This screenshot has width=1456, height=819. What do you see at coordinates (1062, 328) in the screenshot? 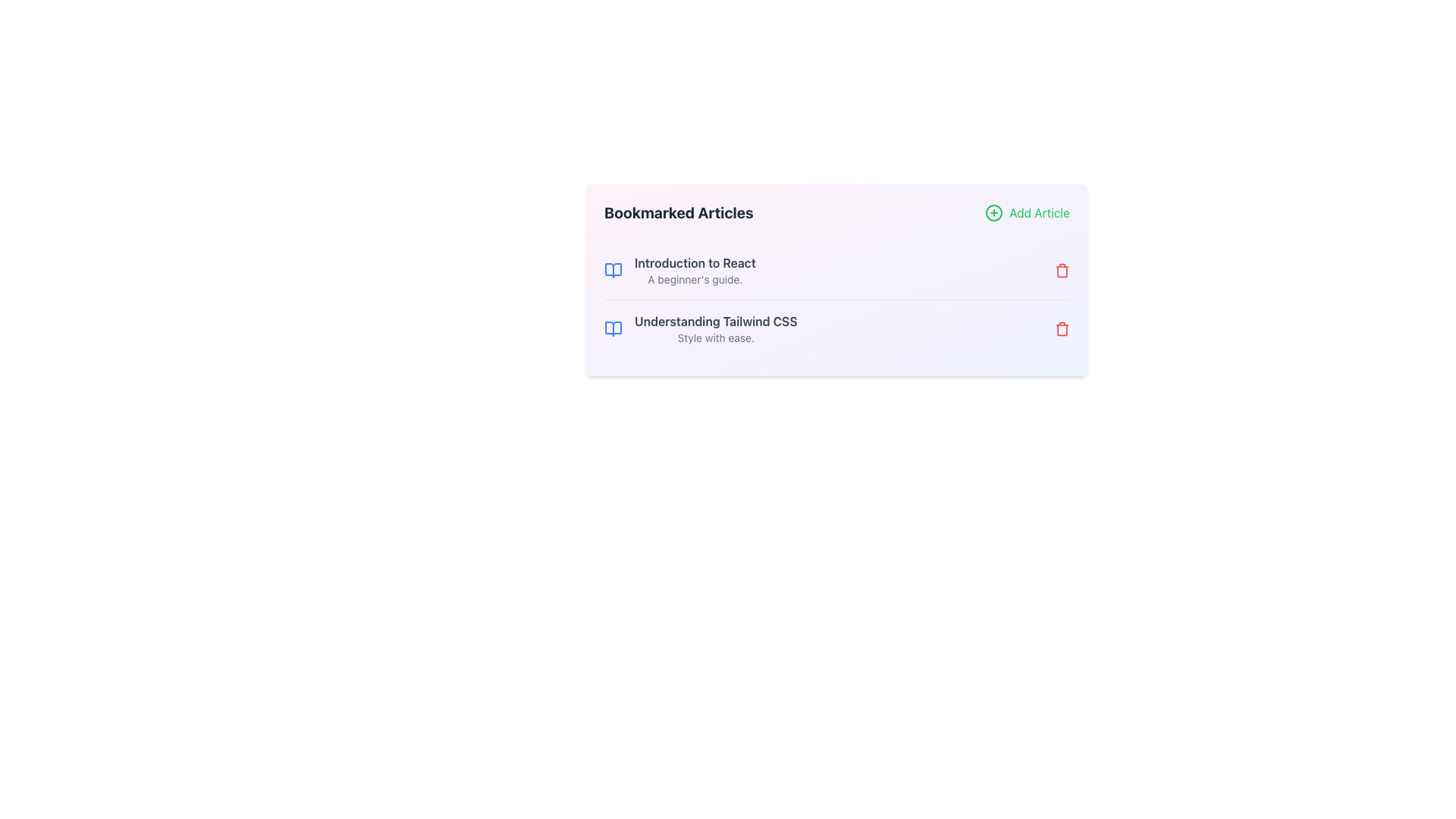
I see `the red trash bin icon located to the right of the text 'Understanding Tailwind CSS'` at bounding box center [1062, 328].